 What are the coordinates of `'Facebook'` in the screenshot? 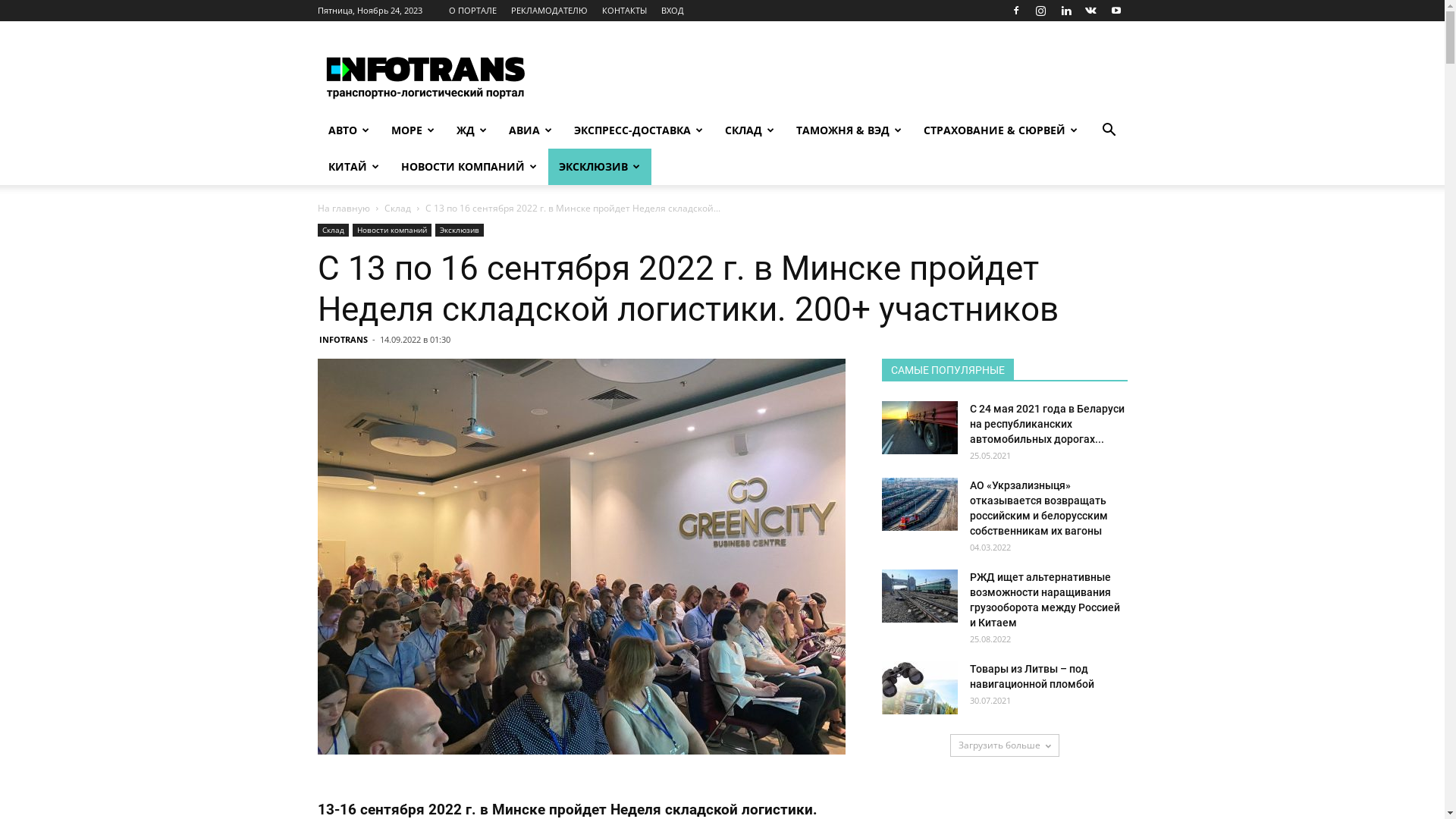 It's located at (1015, 11).